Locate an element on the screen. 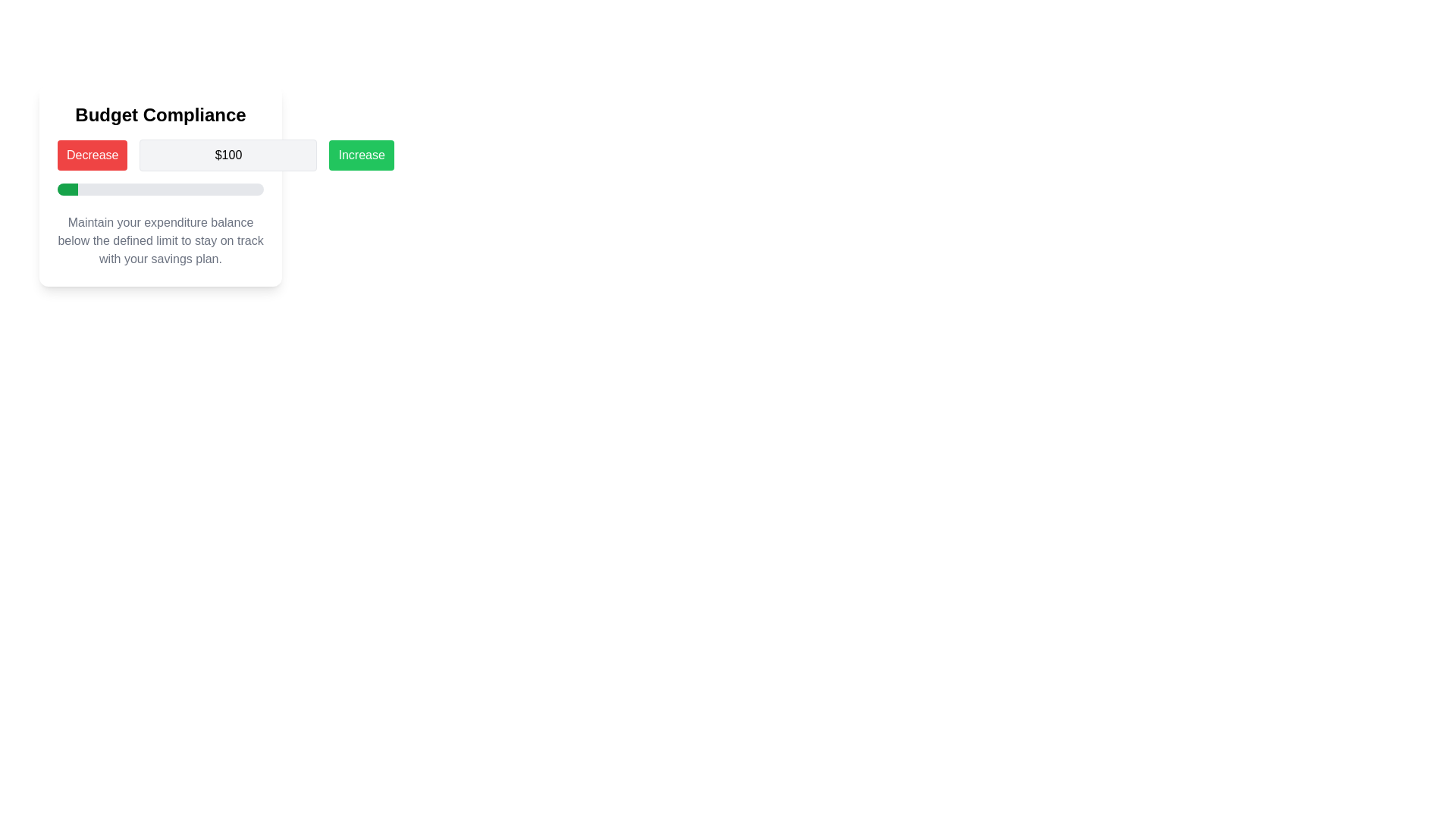 This screenshot has width=1456, height=819. the button that decreases a numeric value, located in the top portion of the 'Budget Compliance' panel, adjacent to a text input displaying '$100' is located at coordinates (92, 155).